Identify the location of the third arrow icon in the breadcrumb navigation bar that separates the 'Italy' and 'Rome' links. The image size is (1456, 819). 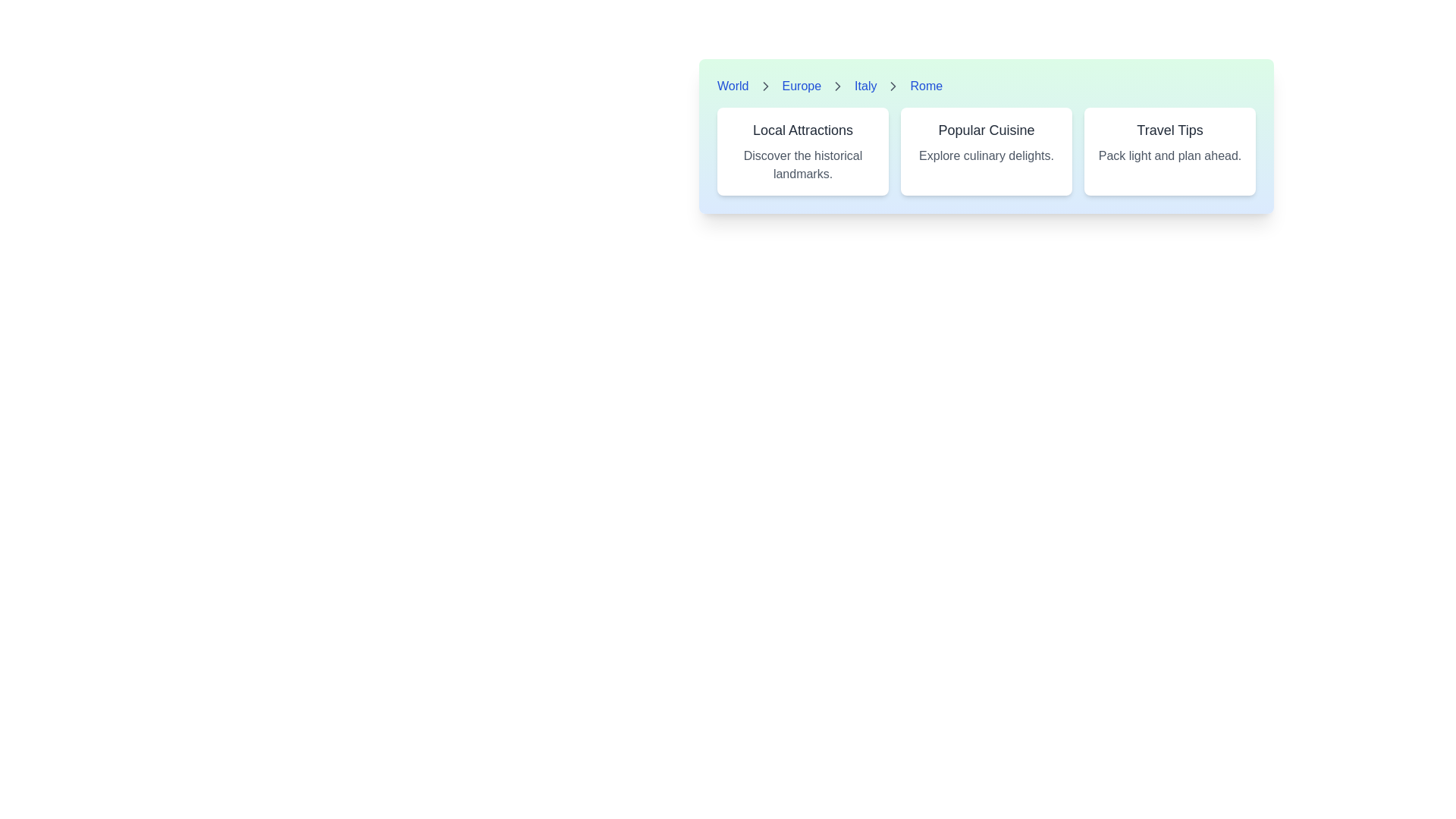
(893, 86).